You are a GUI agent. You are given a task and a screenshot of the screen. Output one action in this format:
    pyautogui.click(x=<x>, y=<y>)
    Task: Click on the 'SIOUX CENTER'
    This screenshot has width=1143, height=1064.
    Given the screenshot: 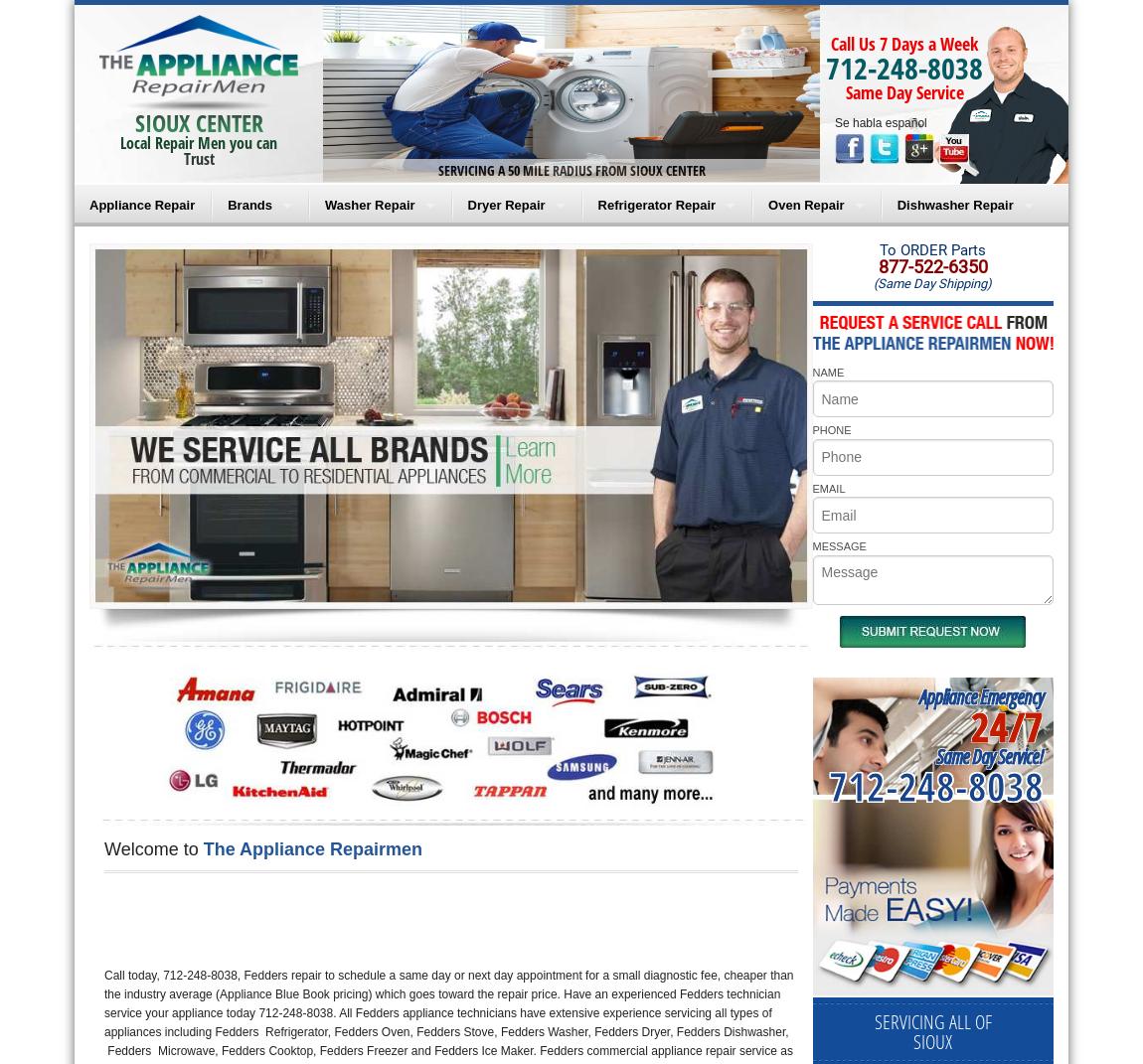 What is the action you would take?
    pyautogui.click(x=197, y=122)
    